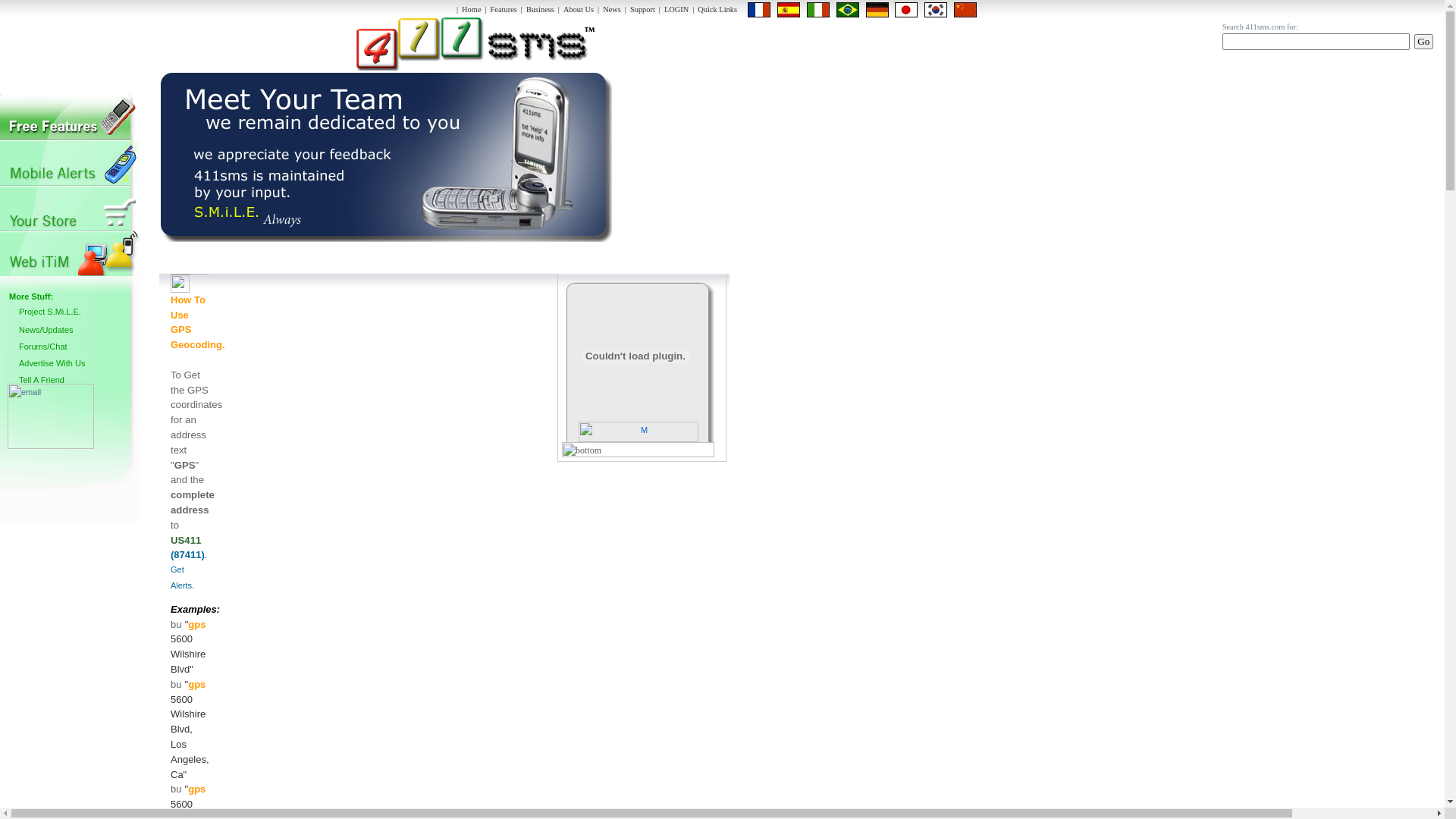 This screenshot has height=819, width=1456. What do you see at coordinates (79, 380) in the screenshot?
I see `'Tell A Friend'` at bounding box center [79, 380].